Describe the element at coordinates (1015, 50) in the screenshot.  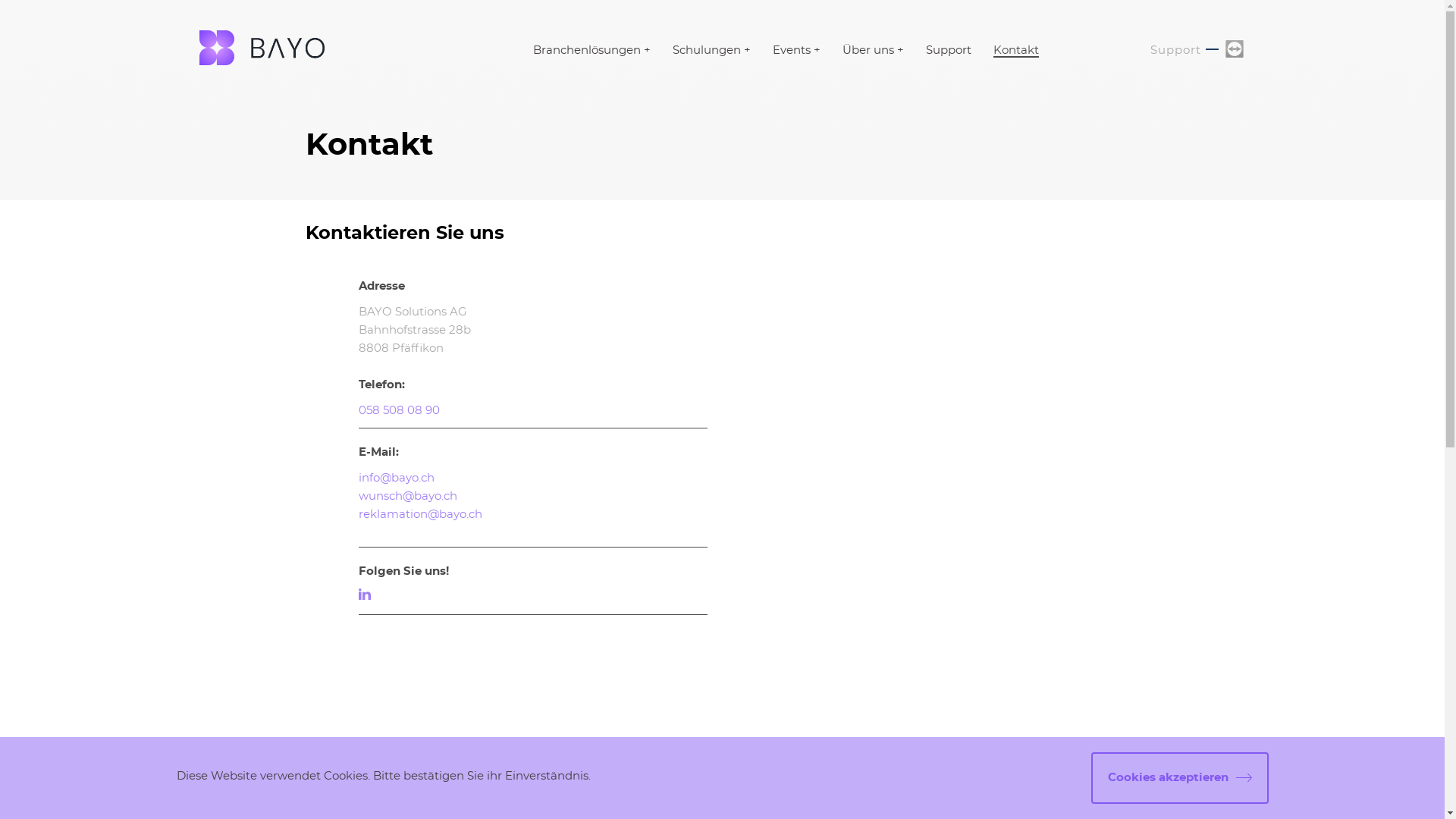
I see `'Kontakt'` at that location.